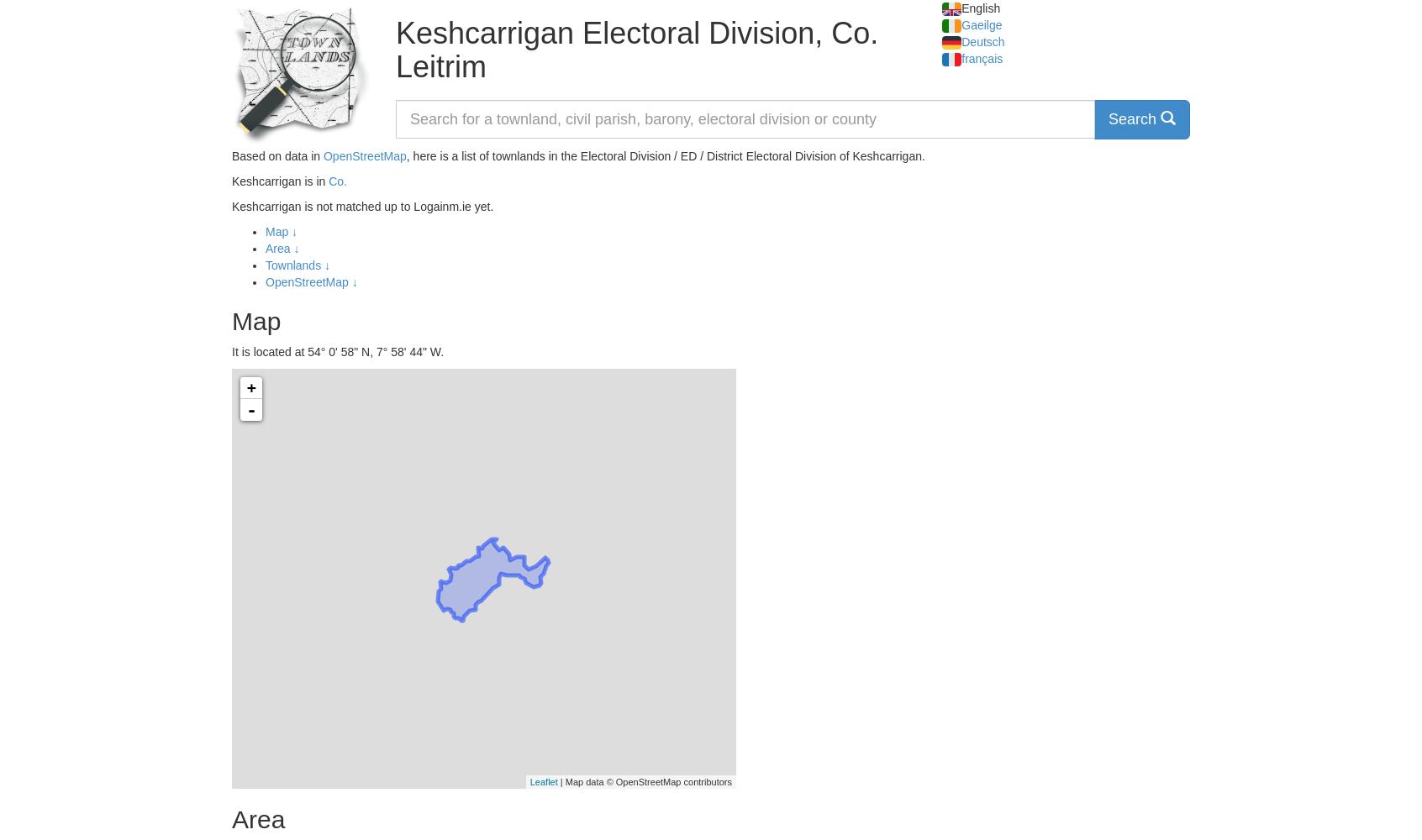 The width and height of the screenshot is (1422, 840). What do you see at coordinates (298, 265) in the screenshot?
I see `'Townlands ↓'` at bounding box center [298, 265].